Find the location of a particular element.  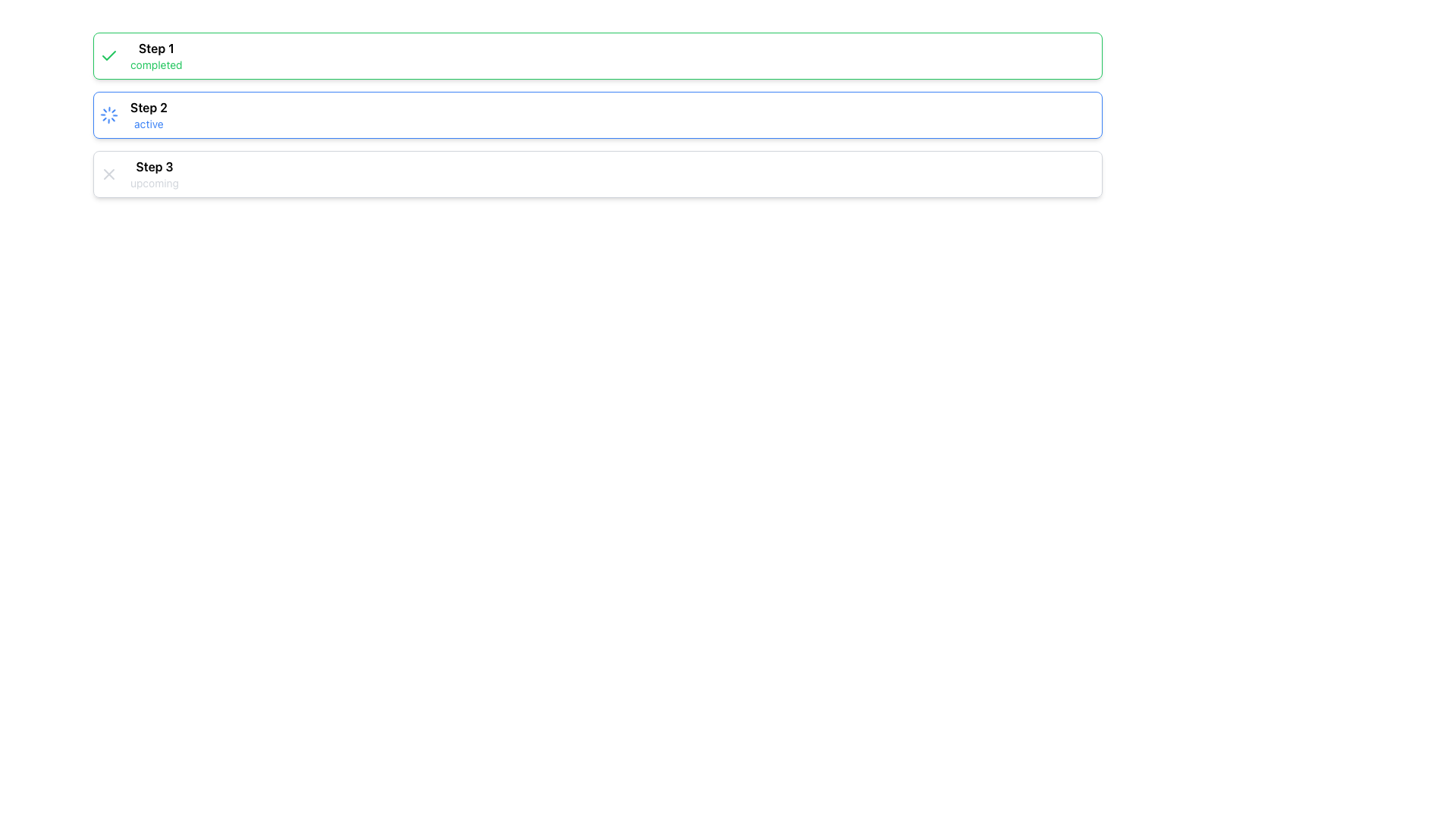

the active status indicator card representing 'Step 2' in the multi-step process by moving the cursor to its center is located at coordinates (597, 114).